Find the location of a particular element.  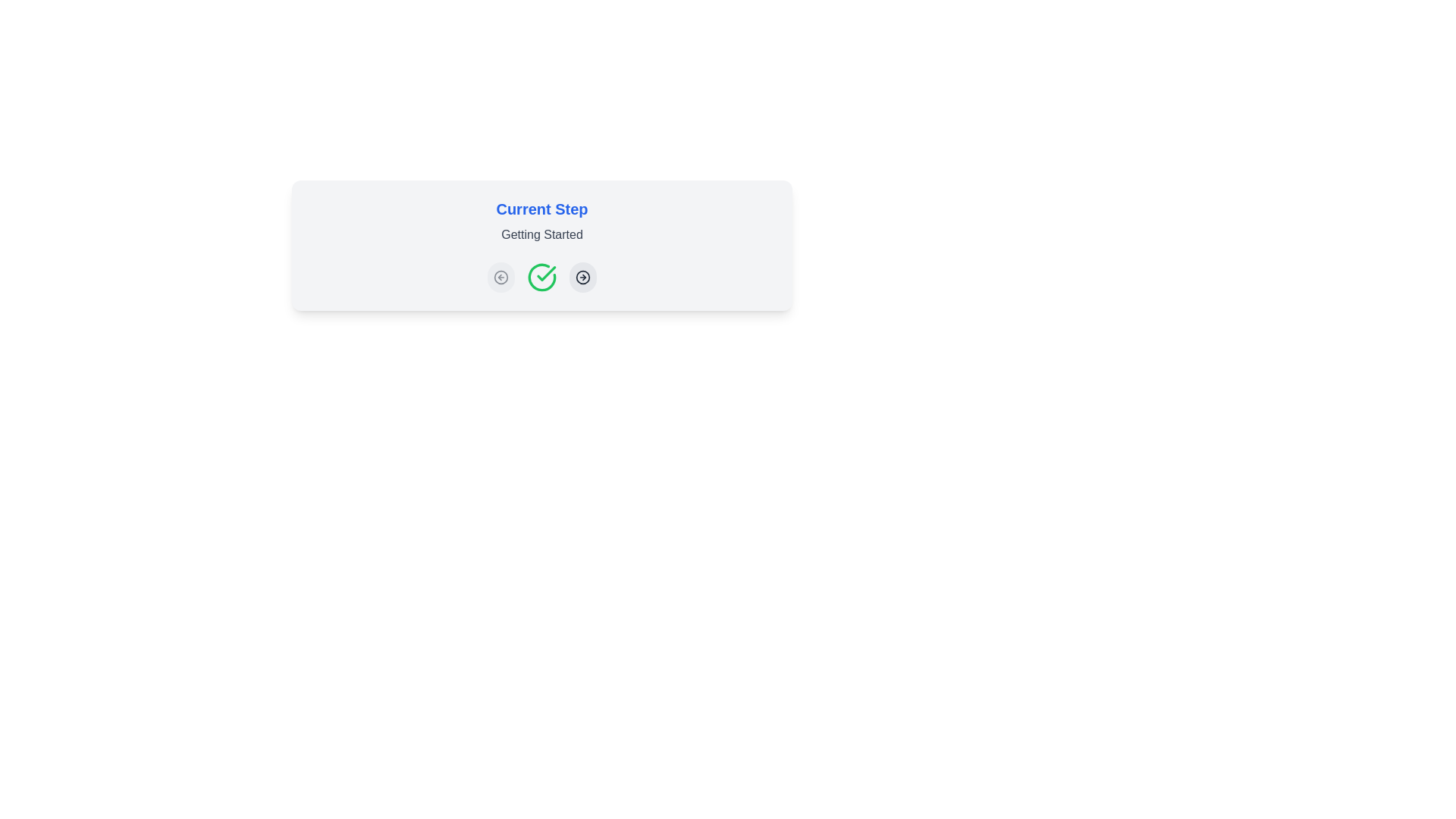

text content of the Heading with a subtitle that displays the current step or progress state in the process, located centrally above a row of icons or buttons is located at coordinates (542, 221).